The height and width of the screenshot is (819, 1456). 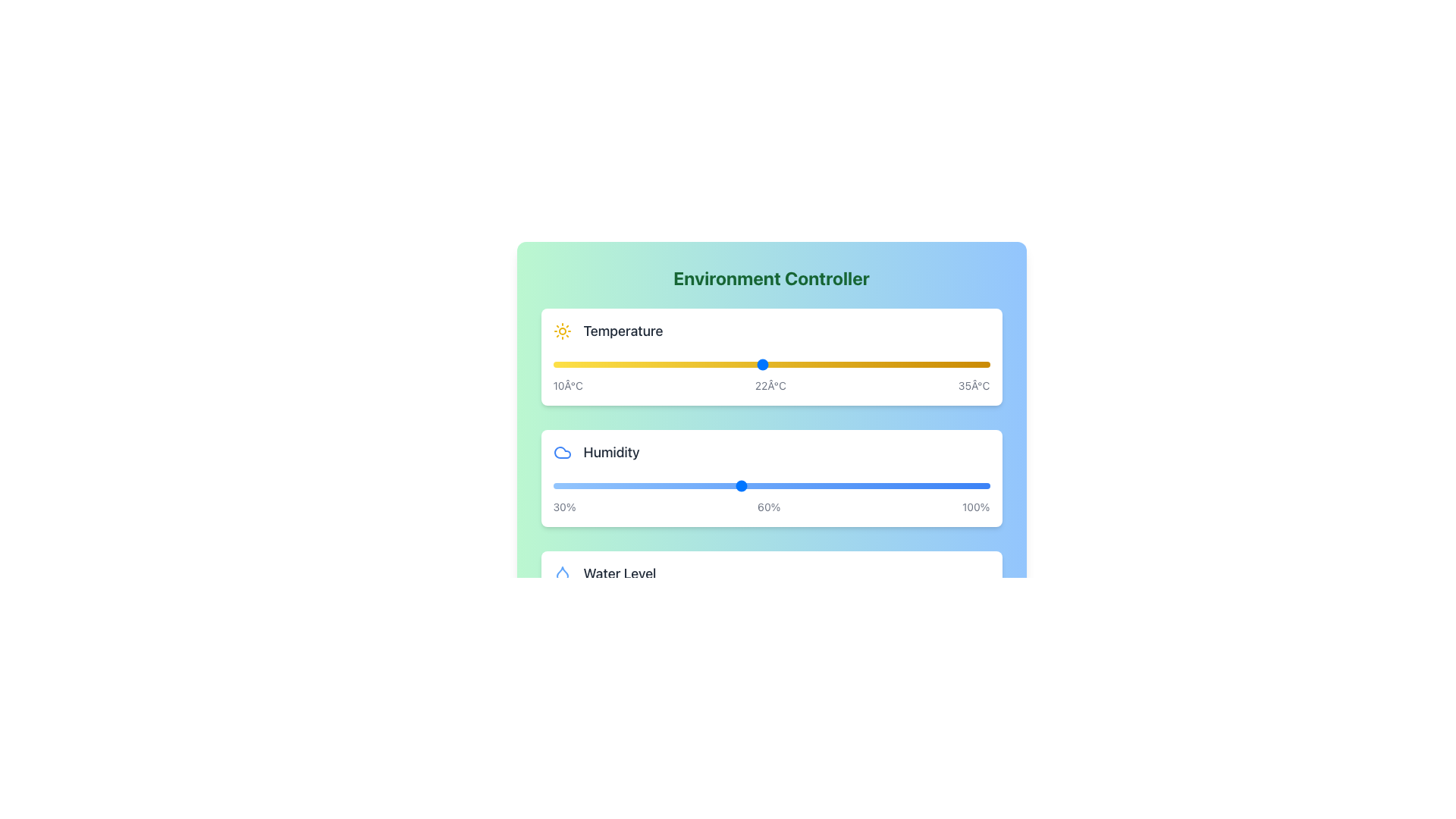 What do you see at coordinates (674, 365) in the screenshot?
I see `the temperature` at bounding box center [674, 365].